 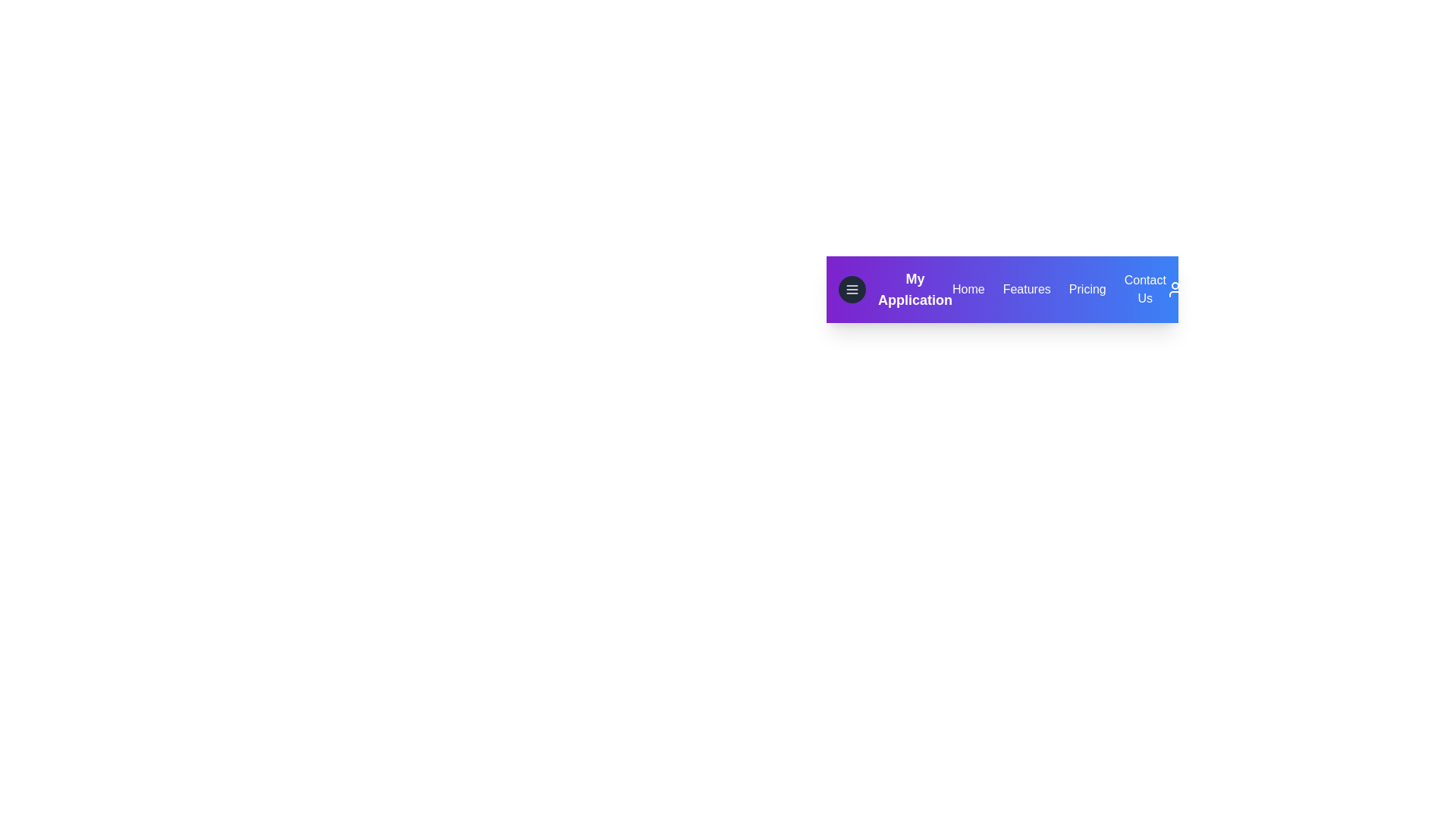 What do you see at coordinates (1145, 289) in the screenshot?
I see `the Contact Us link to navigate to the corresponding section` at bounding box center [1145, 289].